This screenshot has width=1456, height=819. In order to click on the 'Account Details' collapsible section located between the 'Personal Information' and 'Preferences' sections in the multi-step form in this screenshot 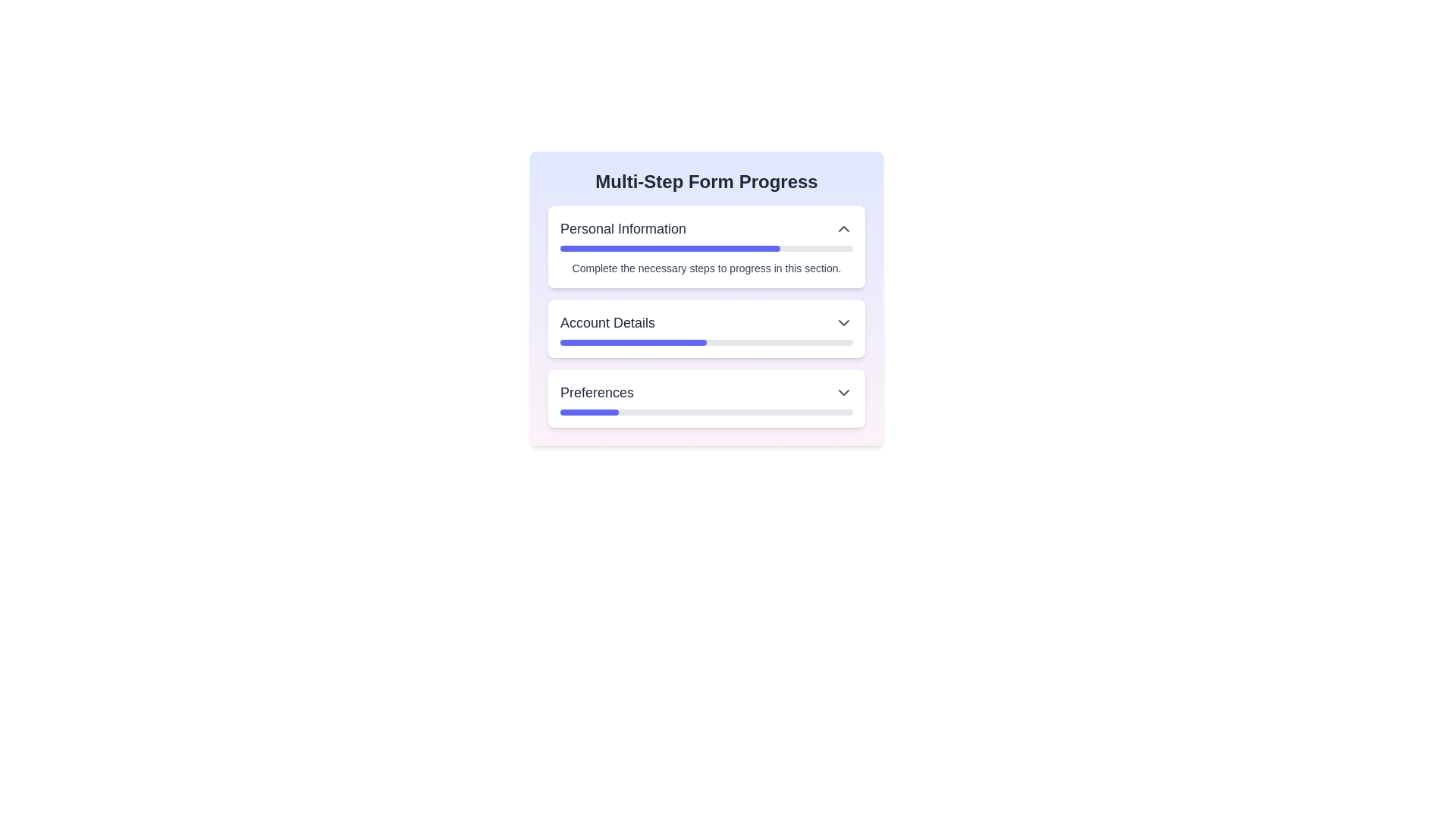, I will do `click(705, 315)`.